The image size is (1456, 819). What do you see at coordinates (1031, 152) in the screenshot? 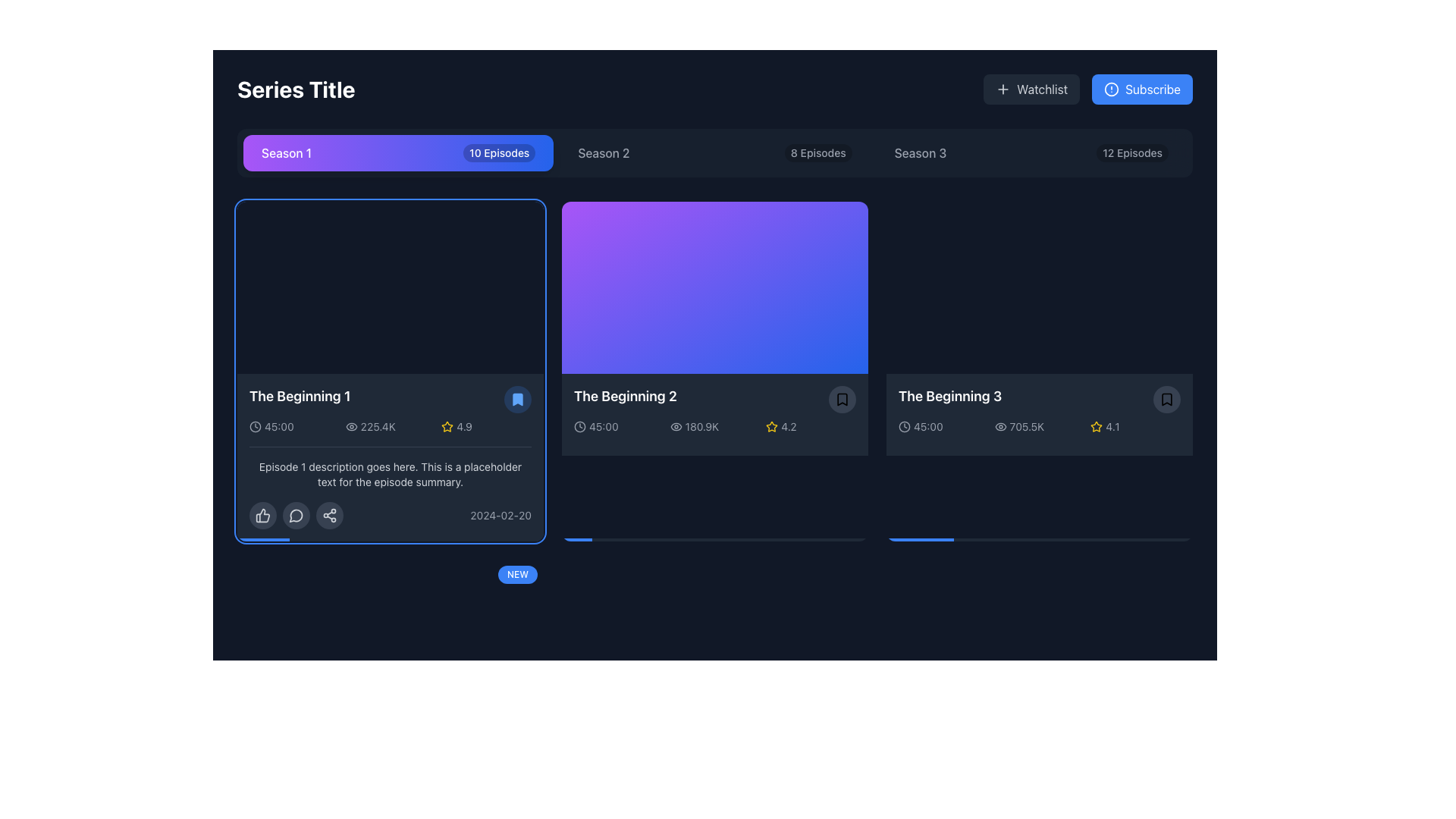
I see `the 'Season 3' button, which displays '12 Episodes' on the right, located among a group of buttons for different seasons` at bounding box center [1031, 152].